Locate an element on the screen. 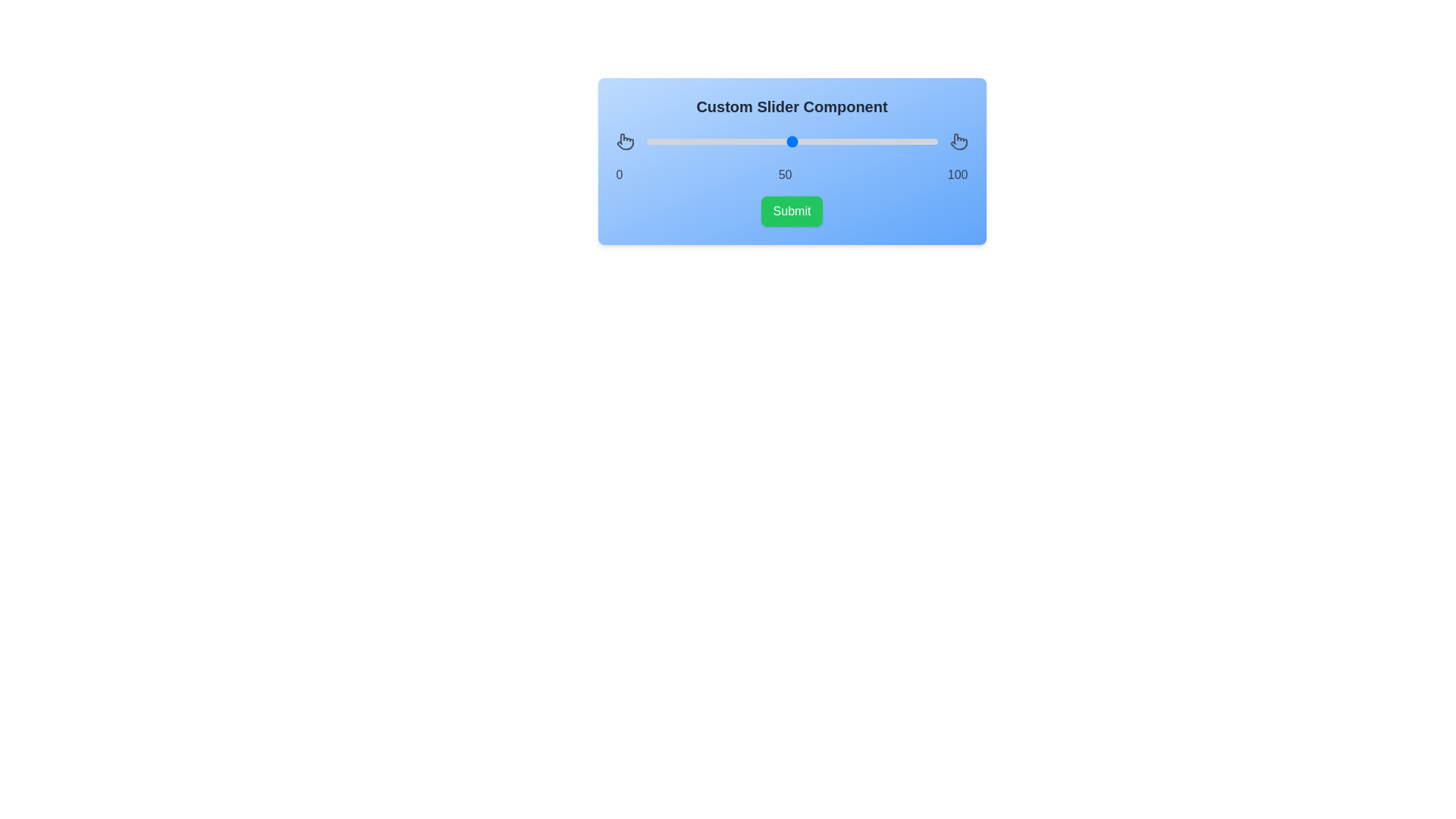 The width and height of the screenshot is (1456, 819). the title text area to view the component title is located at coordinates (791, 106).